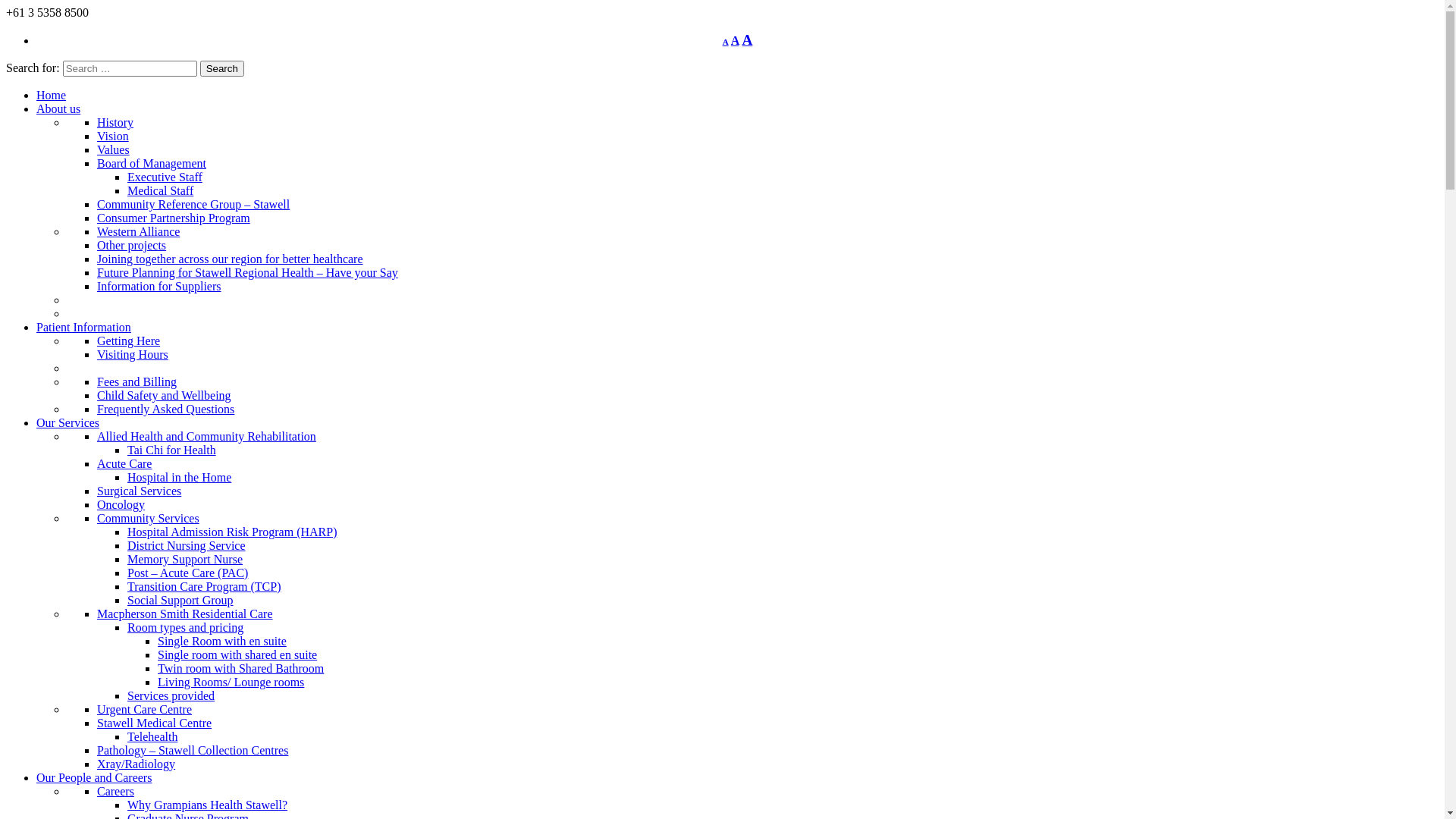 The height and width of the screenshot is (819, 1456). I want to click on 'Acute Care', so click(96, 463).